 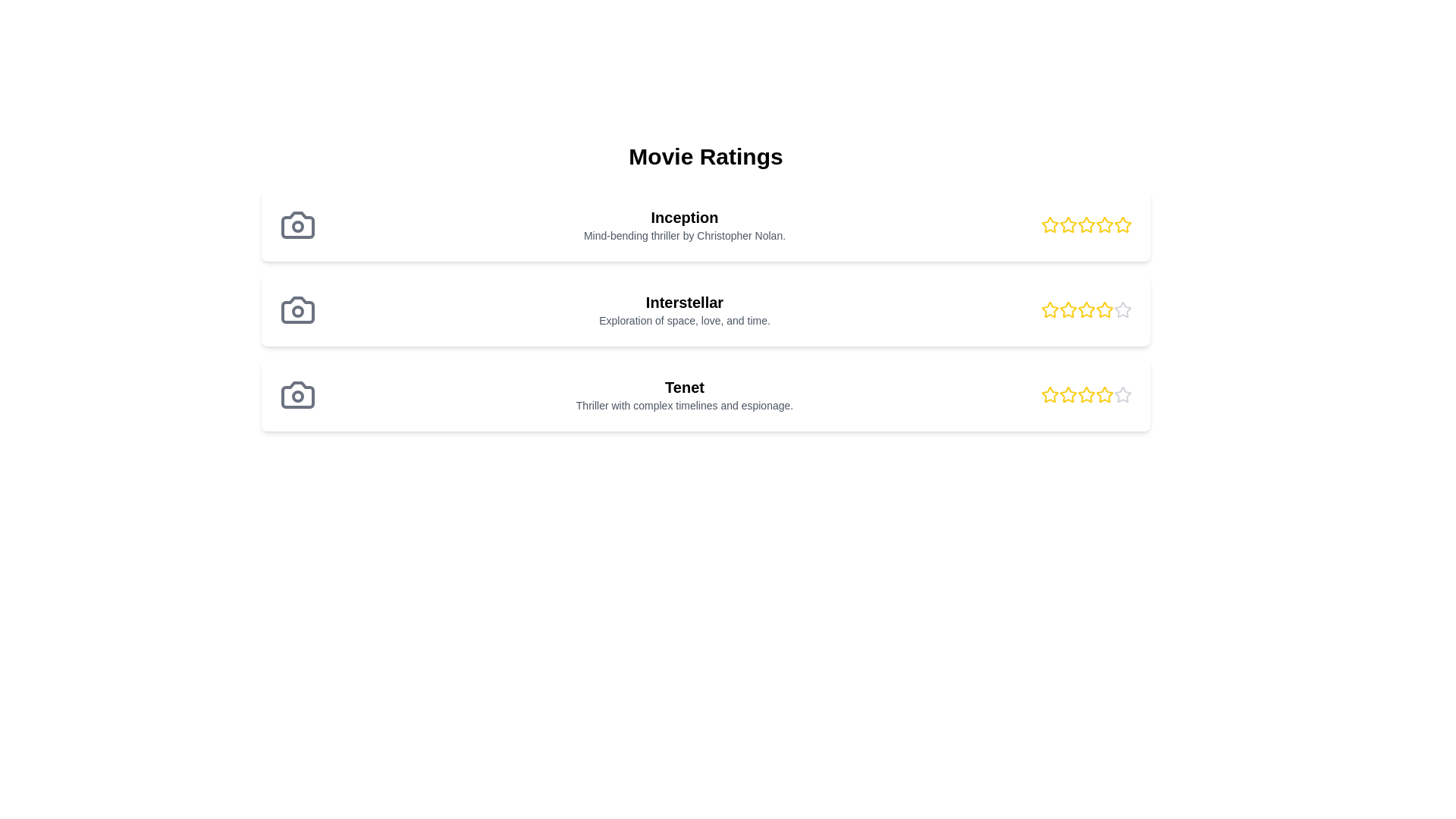 I want to click on the small circular shape that represents the lens of the second camera icon in the vertical list, located to the left of the entry labeled 'Interstellar', so click(x=298, y=311).